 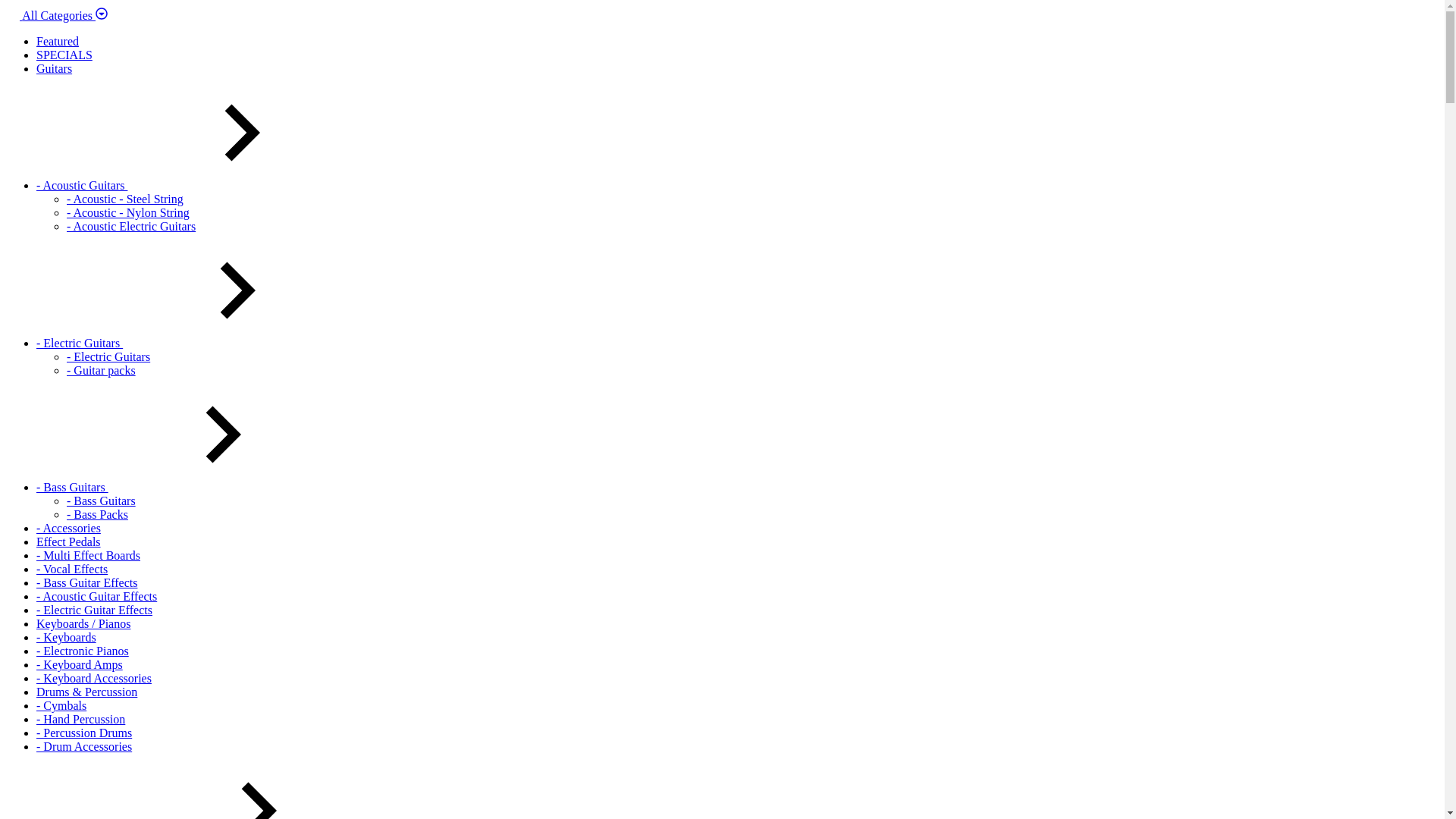 I want to click on '- Guitar packs', so click(x=100, y=370).